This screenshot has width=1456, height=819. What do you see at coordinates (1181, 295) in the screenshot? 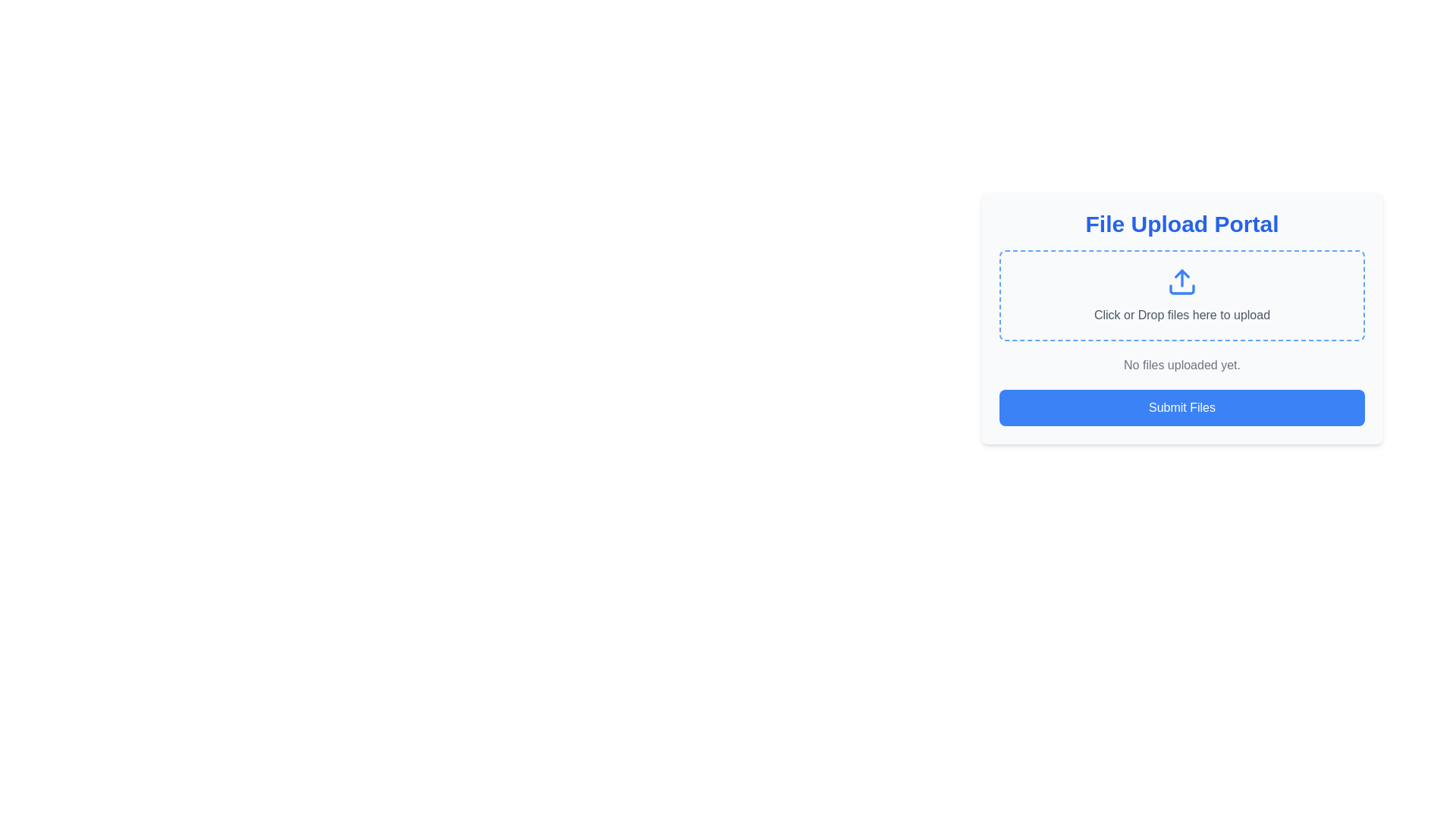
I see `the Interactive file upload dropzone, which has a dashed blue border and the text 'Click or Drop files here to upload'` at bounding box center [1181, 295].